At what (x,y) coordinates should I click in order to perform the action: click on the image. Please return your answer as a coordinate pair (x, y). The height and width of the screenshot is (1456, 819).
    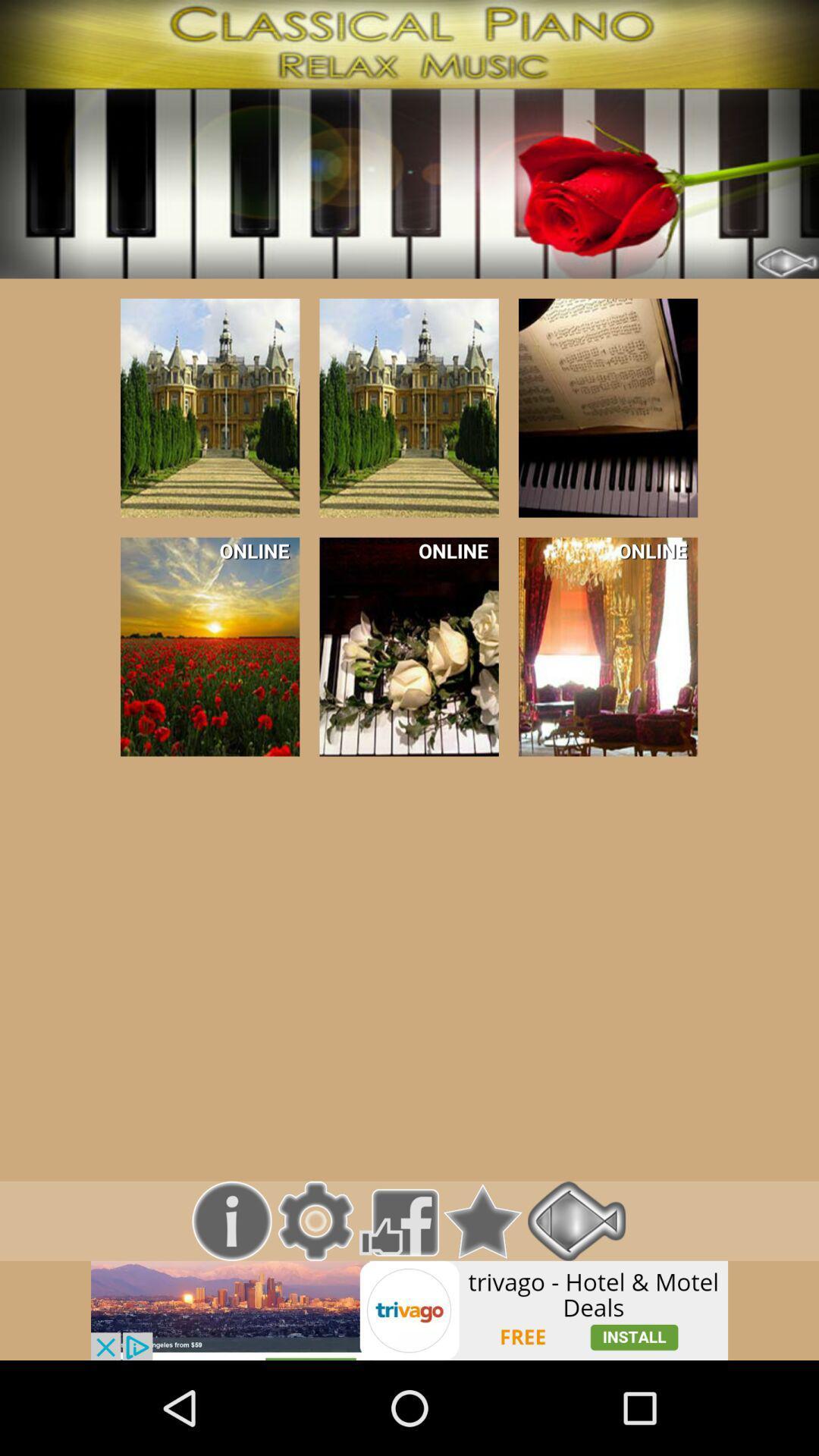
    Looking at the image, I should click on (210, 408).